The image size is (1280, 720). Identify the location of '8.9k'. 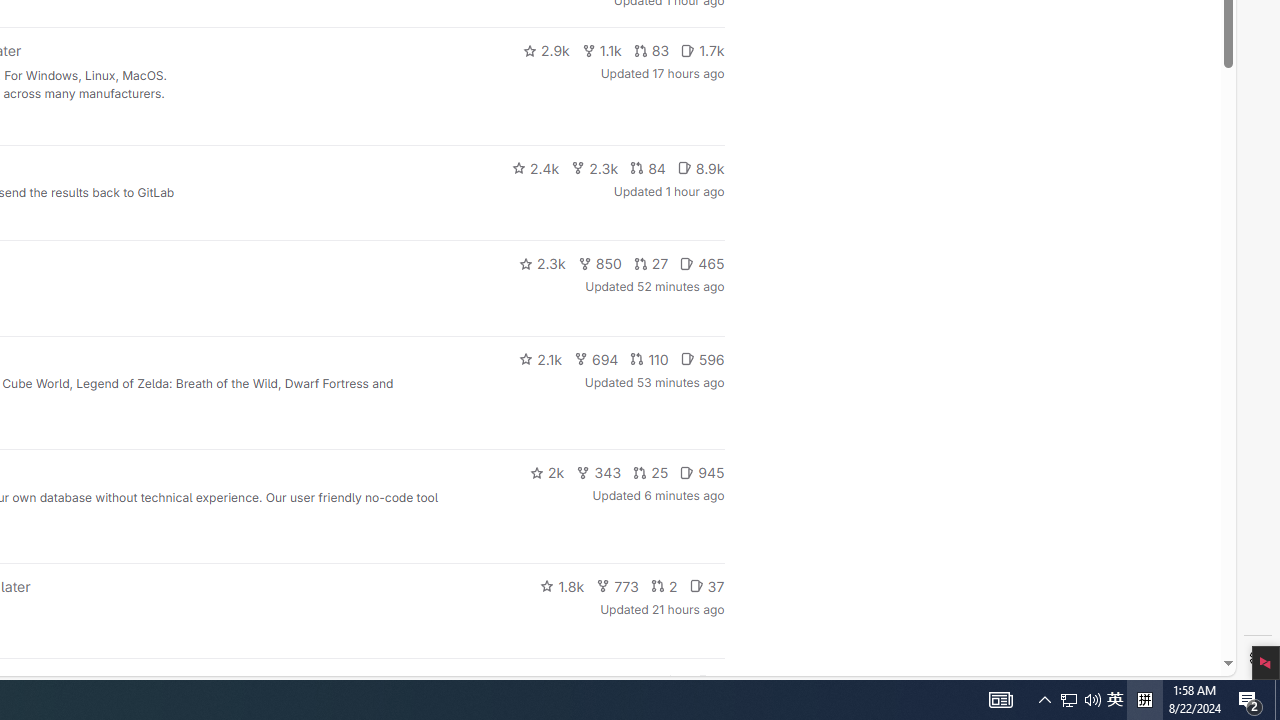
(700, 167).